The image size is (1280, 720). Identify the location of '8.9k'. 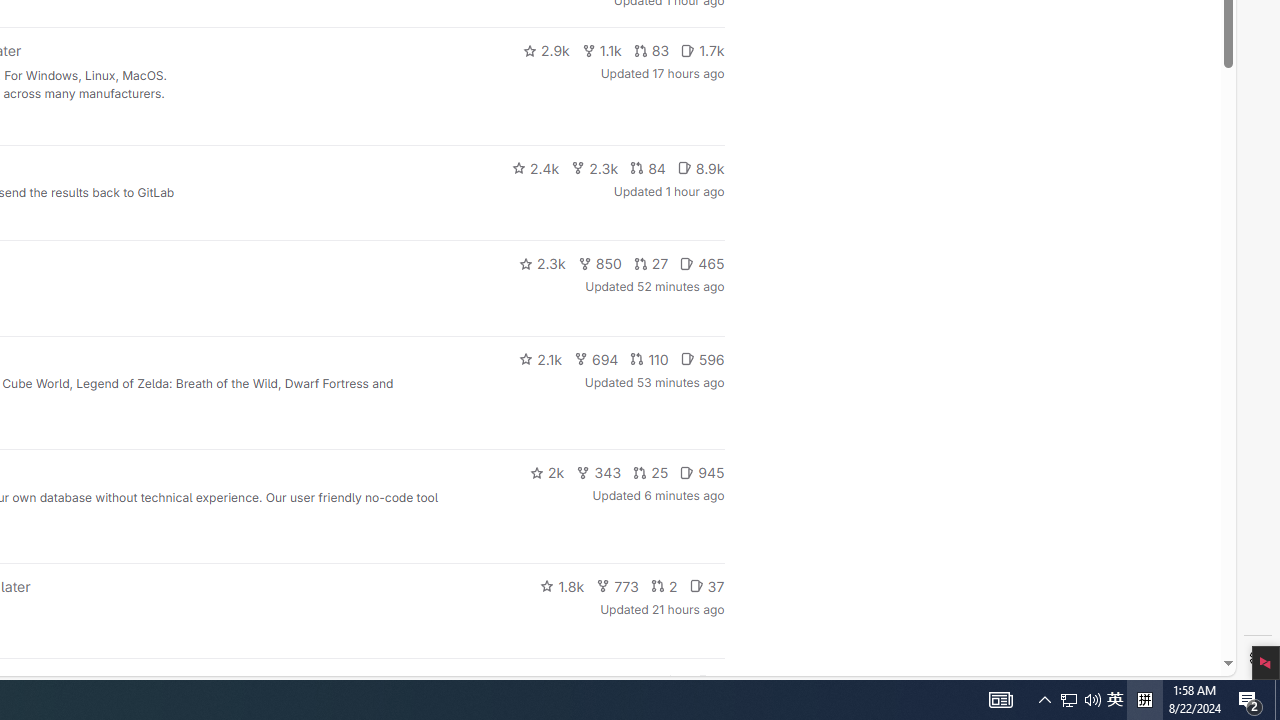
(700, 167).